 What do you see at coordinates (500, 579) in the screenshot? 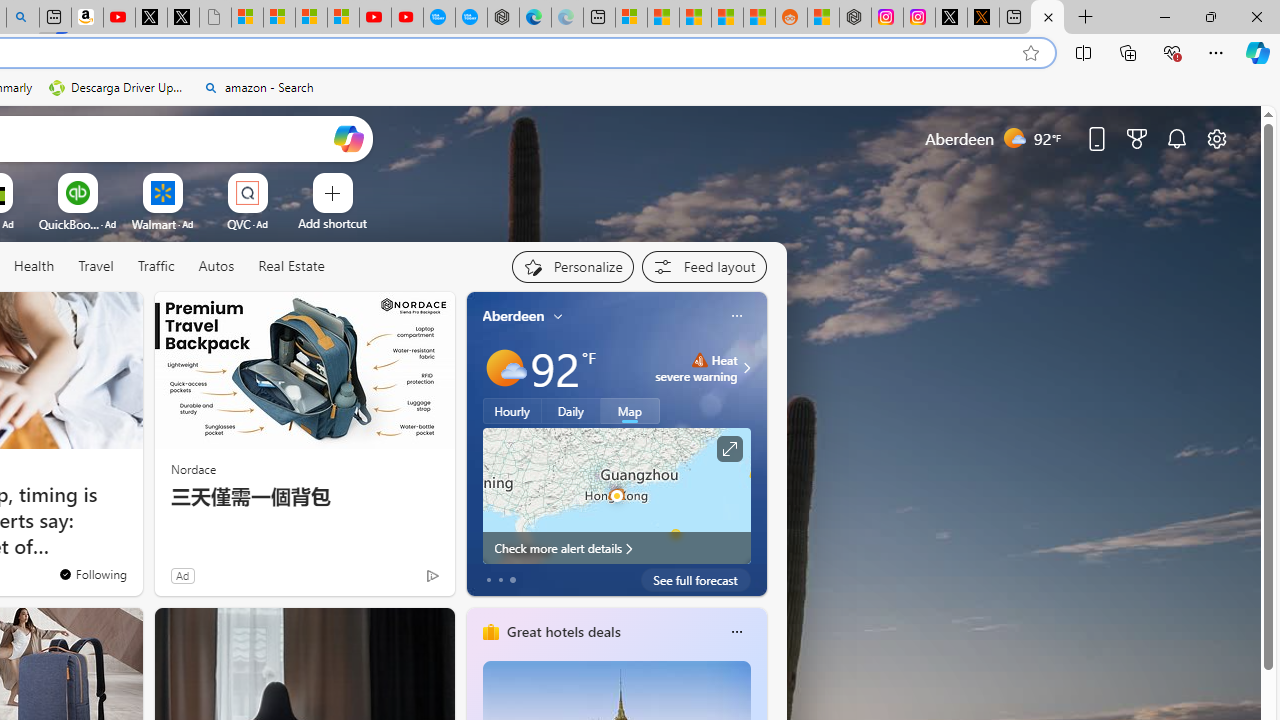
I see `'tab-1'` at bounding box center [500, 579].